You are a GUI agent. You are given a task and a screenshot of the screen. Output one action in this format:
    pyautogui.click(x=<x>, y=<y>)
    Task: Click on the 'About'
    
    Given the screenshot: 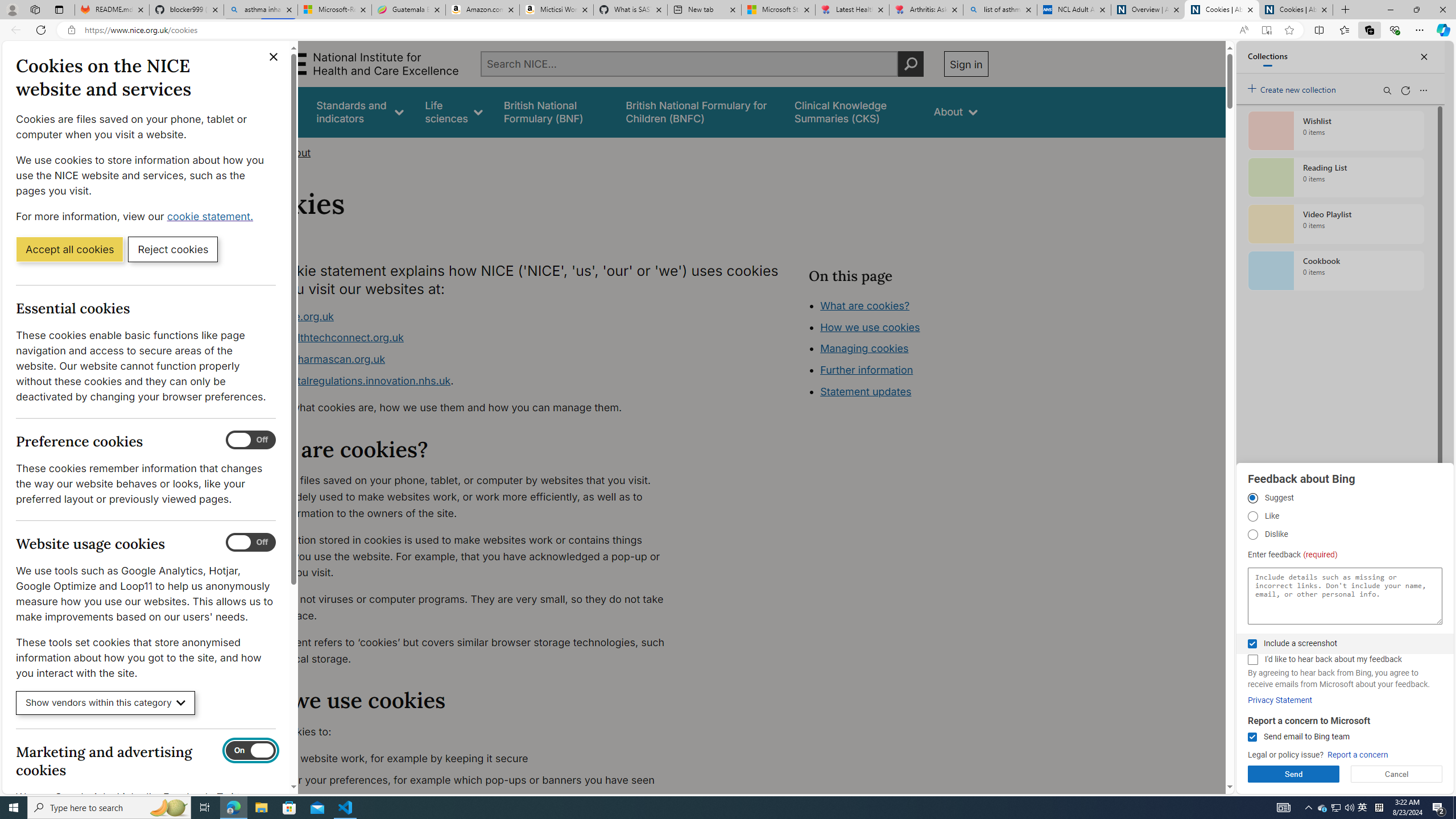 What is the action you would take?
    pyautogui.click(x=955, y=111)
    